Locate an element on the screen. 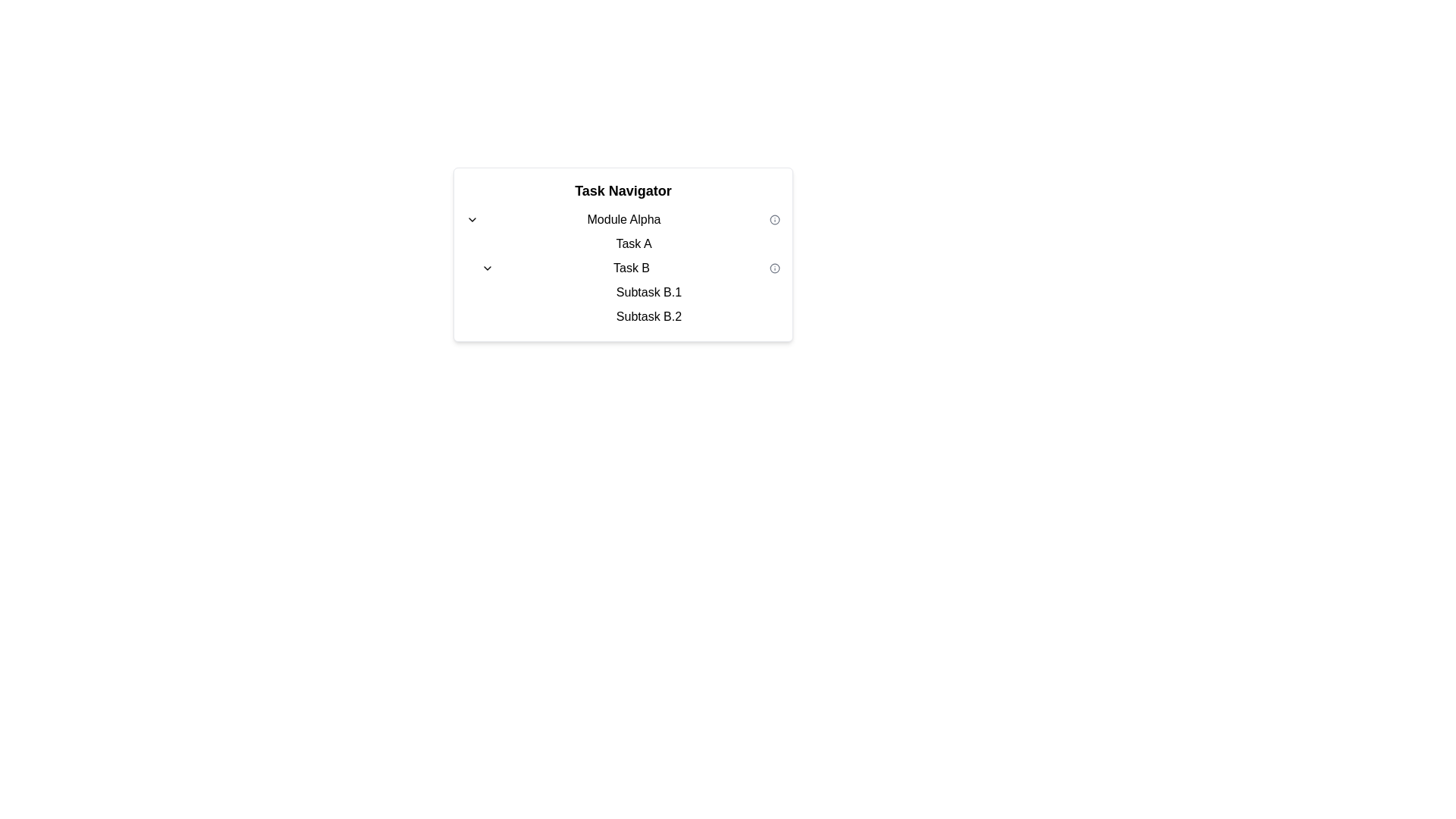 This screenshot has height=819, width=1456. the collapsible chevron icon next to 'Task B' in the Task Navigator interface is located at coordinates (488, 268).